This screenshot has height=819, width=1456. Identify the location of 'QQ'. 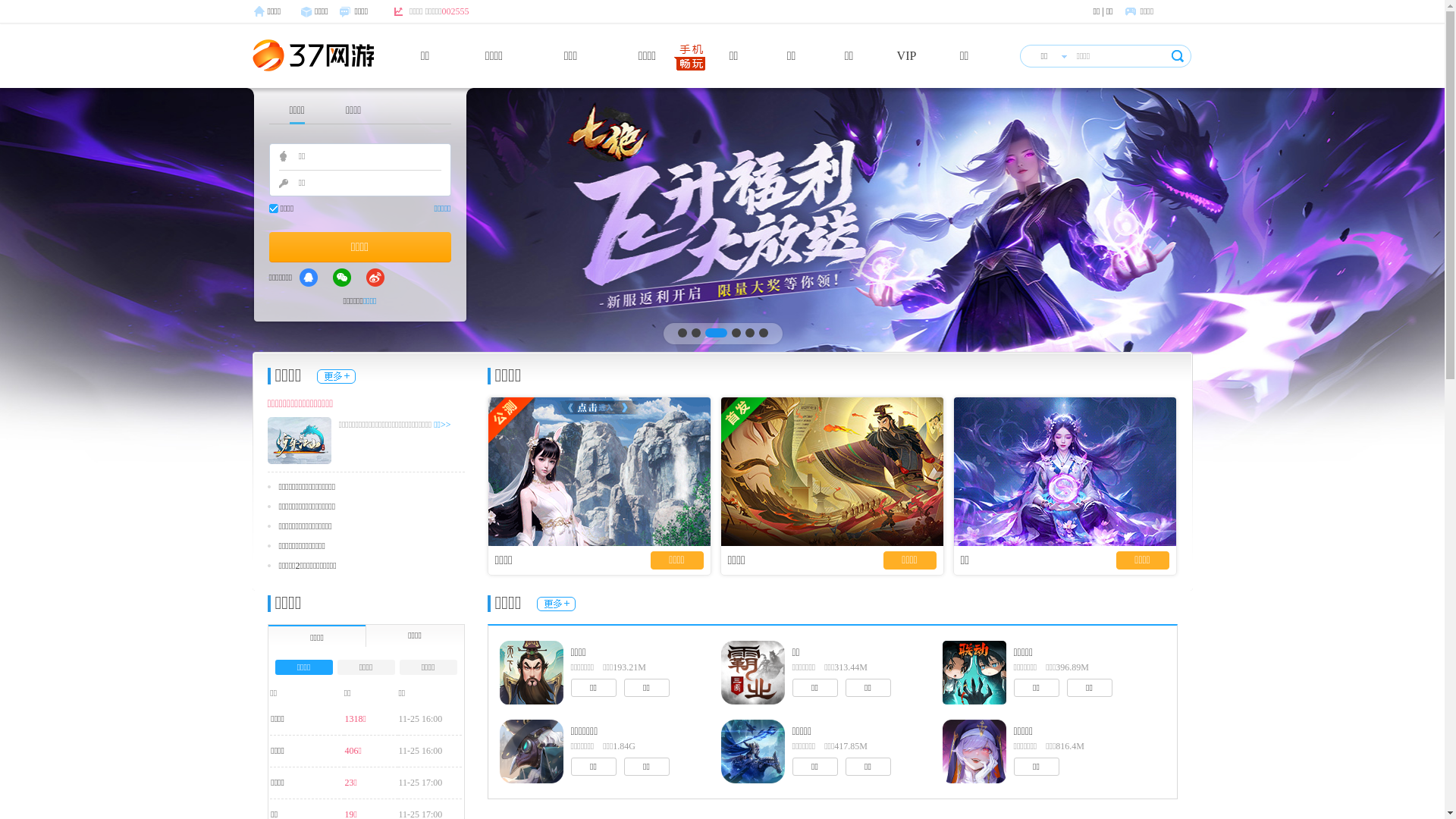
(308, 278).